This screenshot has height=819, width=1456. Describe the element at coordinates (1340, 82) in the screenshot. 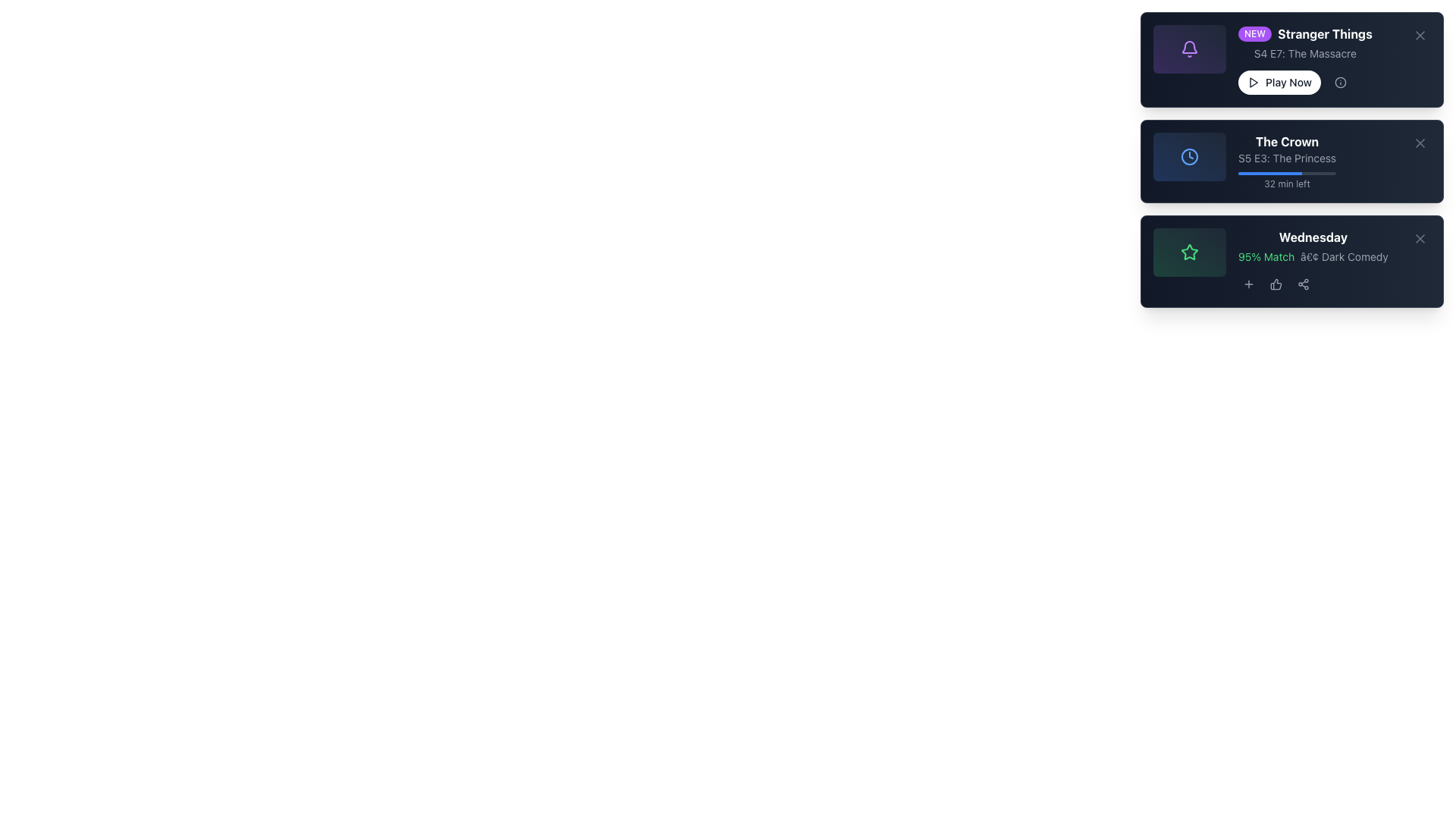

I see `the small circular icon with an outlined 'info' symbol located at the top-right corner of the first card in a vertical stack of three cards` at that location.